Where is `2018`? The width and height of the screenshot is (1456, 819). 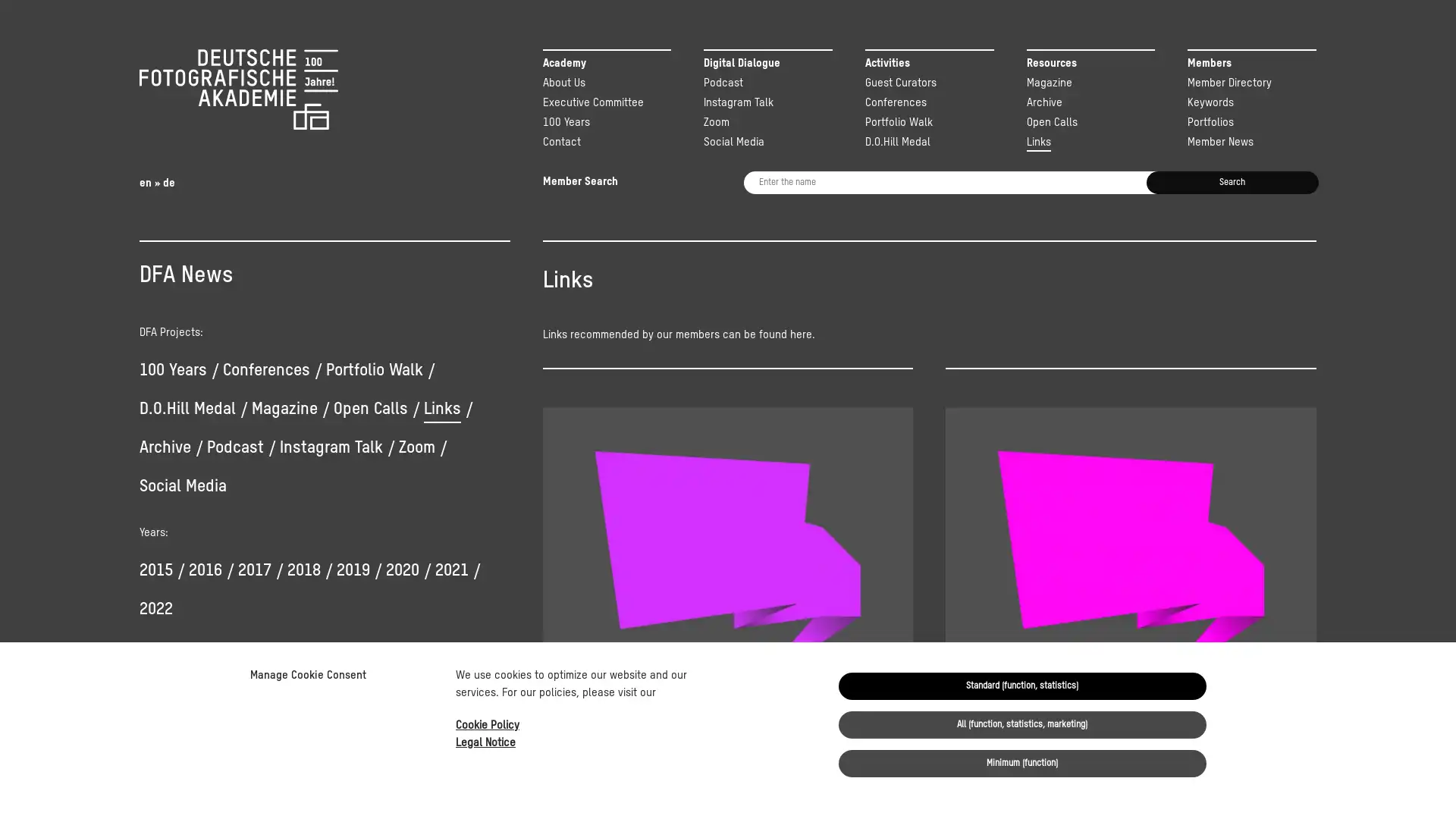
2018 is located at coordinates (303, 570).